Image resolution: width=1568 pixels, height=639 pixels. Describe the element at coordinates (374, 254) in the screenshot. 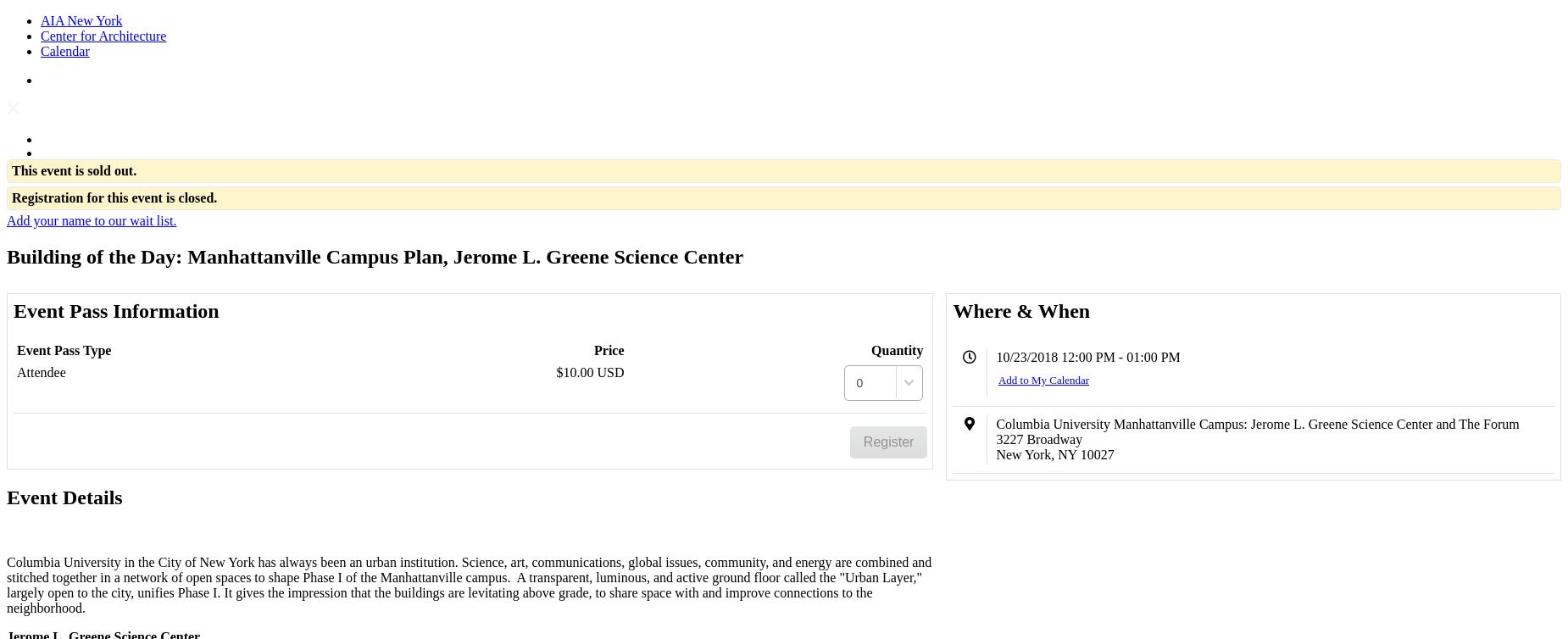

I see `'Building of the Day: Manhattanville Campus Plan, Jerome L. Greene Science Center'` at that location.